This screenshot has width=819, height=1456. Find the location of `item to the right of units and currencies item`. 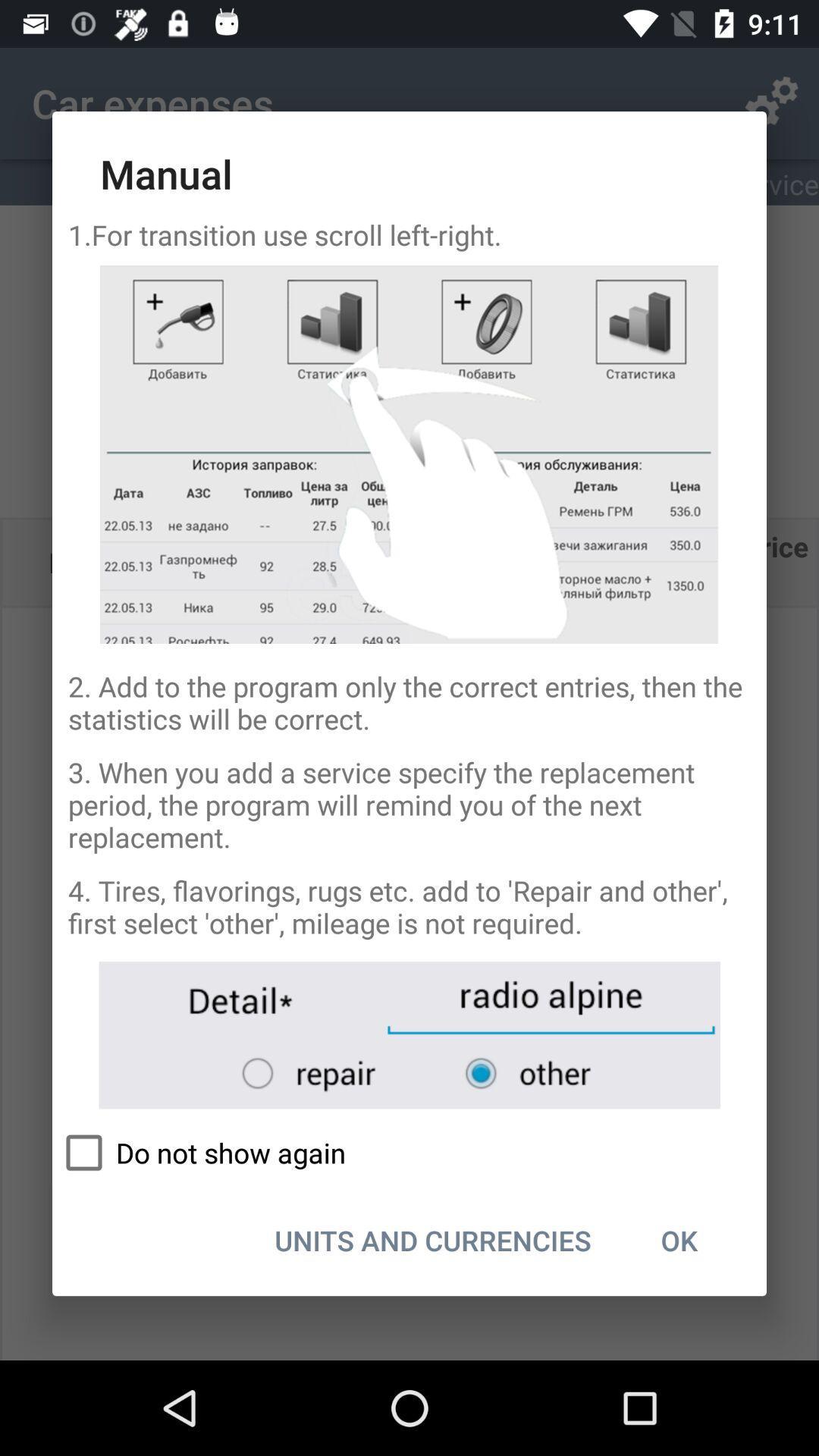

item to the right of units and currencies item is located at coordinates (678, 1240).